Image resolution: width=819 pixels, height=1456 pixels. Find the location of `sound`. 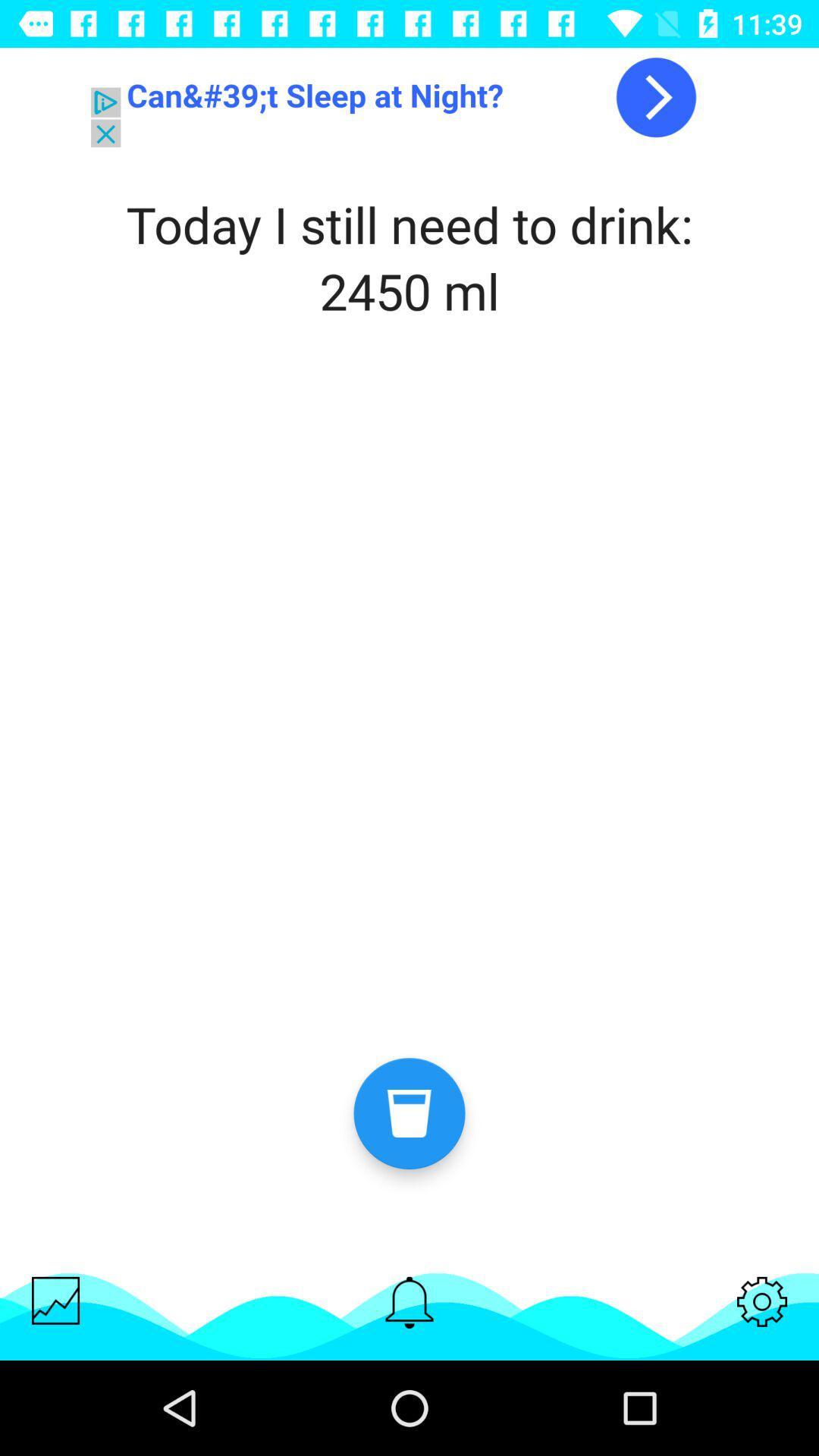

sound is located at coordinates (409, 1301).